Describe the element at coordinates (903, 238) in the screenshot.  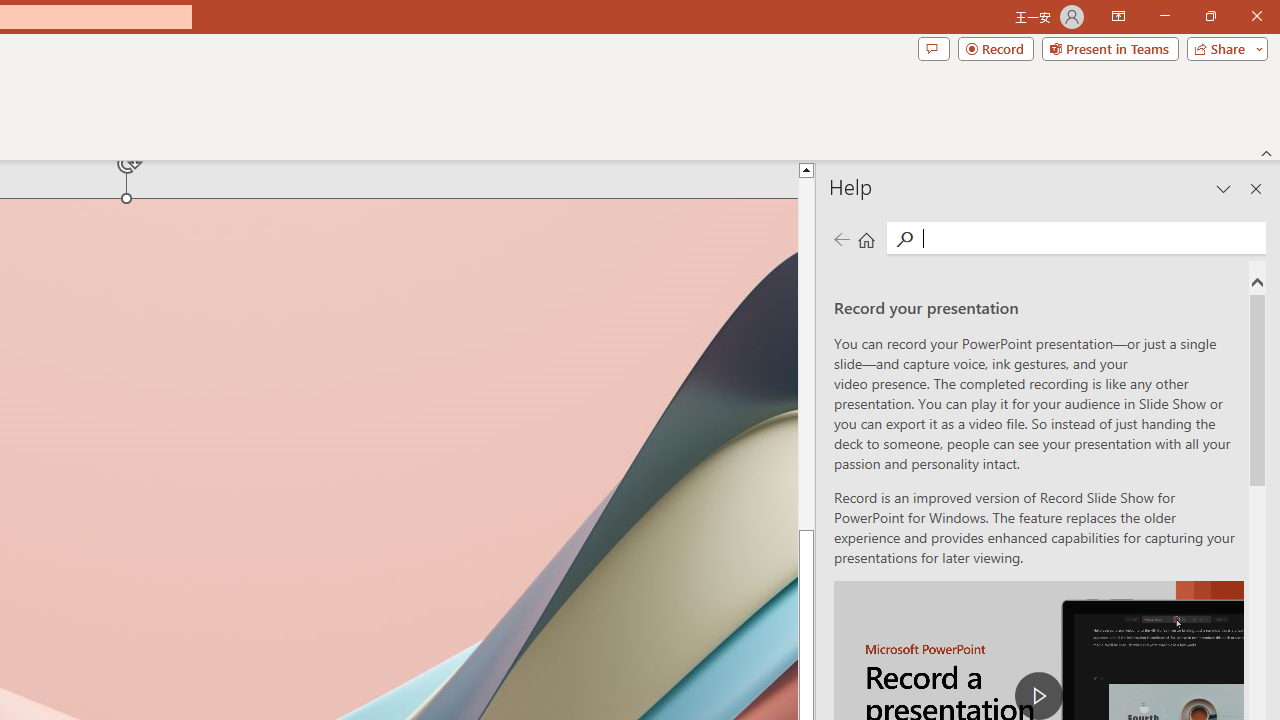
I see `'Search'` at that location.